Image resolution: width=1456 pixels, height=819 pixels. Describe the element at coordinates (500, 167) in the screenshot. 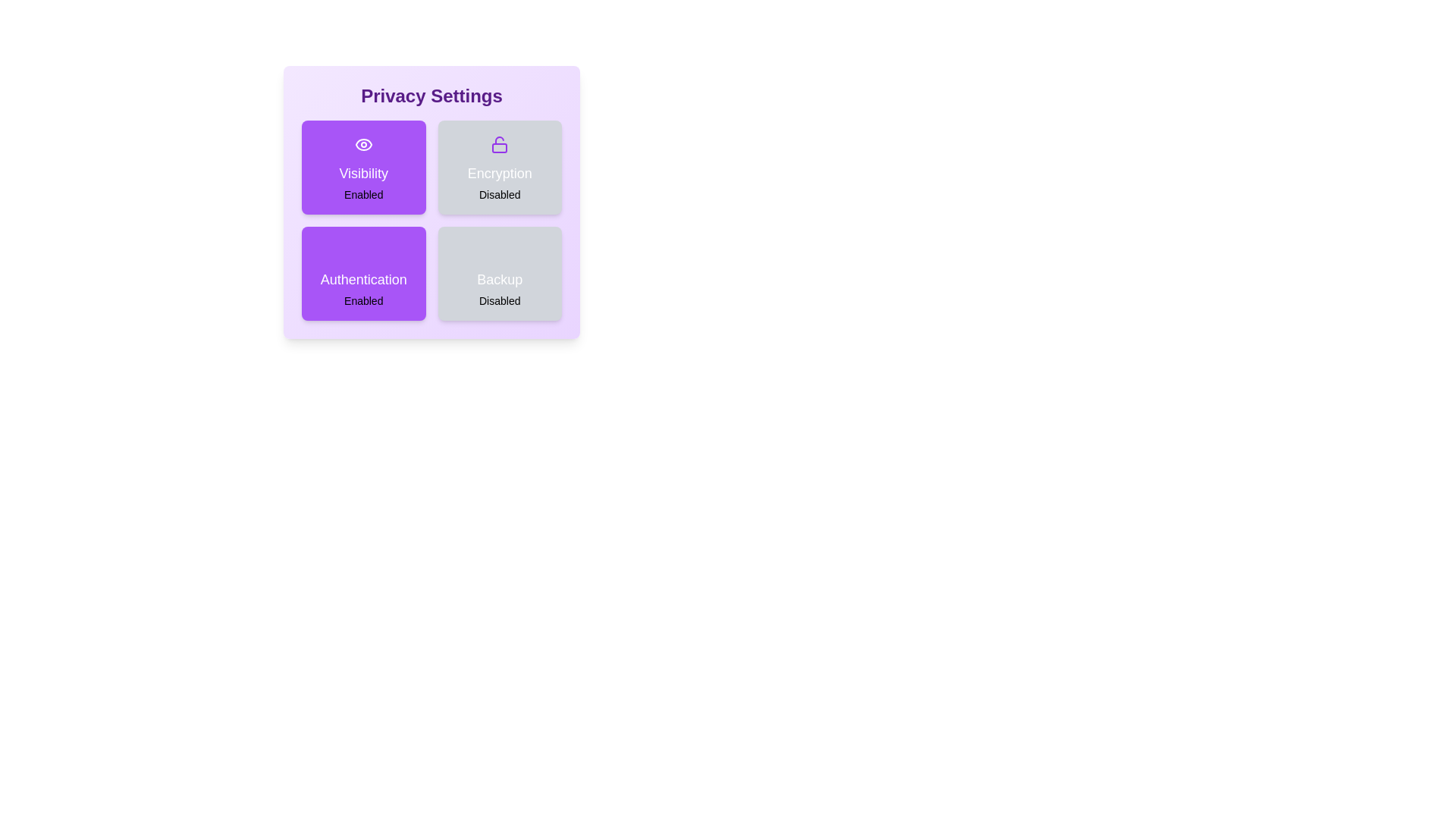

I see `the Encryption card to observe its animation` at that location.